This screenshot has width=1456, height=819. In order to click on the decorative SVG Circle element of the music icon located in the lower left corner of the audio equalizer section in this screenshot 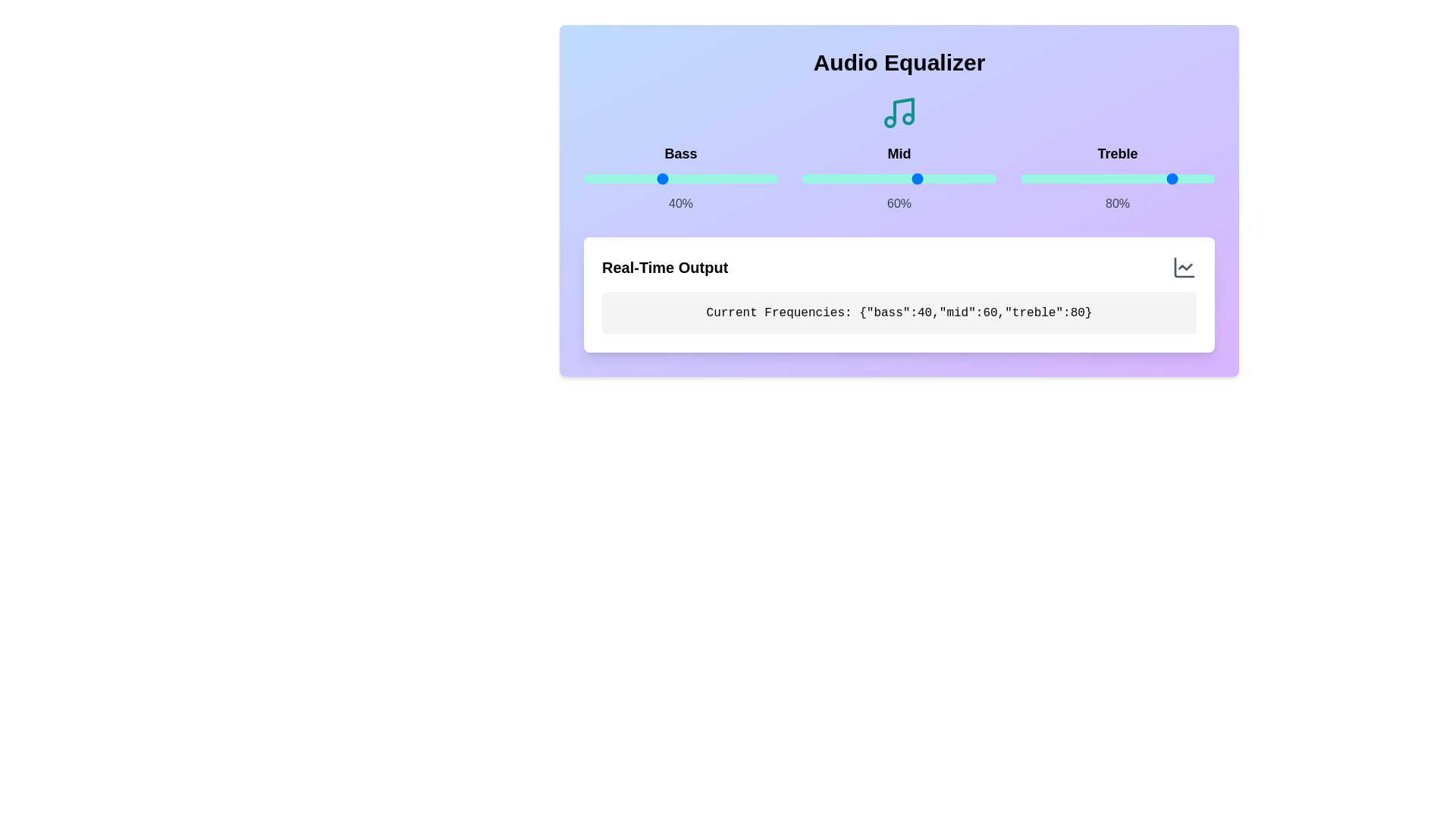, I will do `click(890, 121)`.